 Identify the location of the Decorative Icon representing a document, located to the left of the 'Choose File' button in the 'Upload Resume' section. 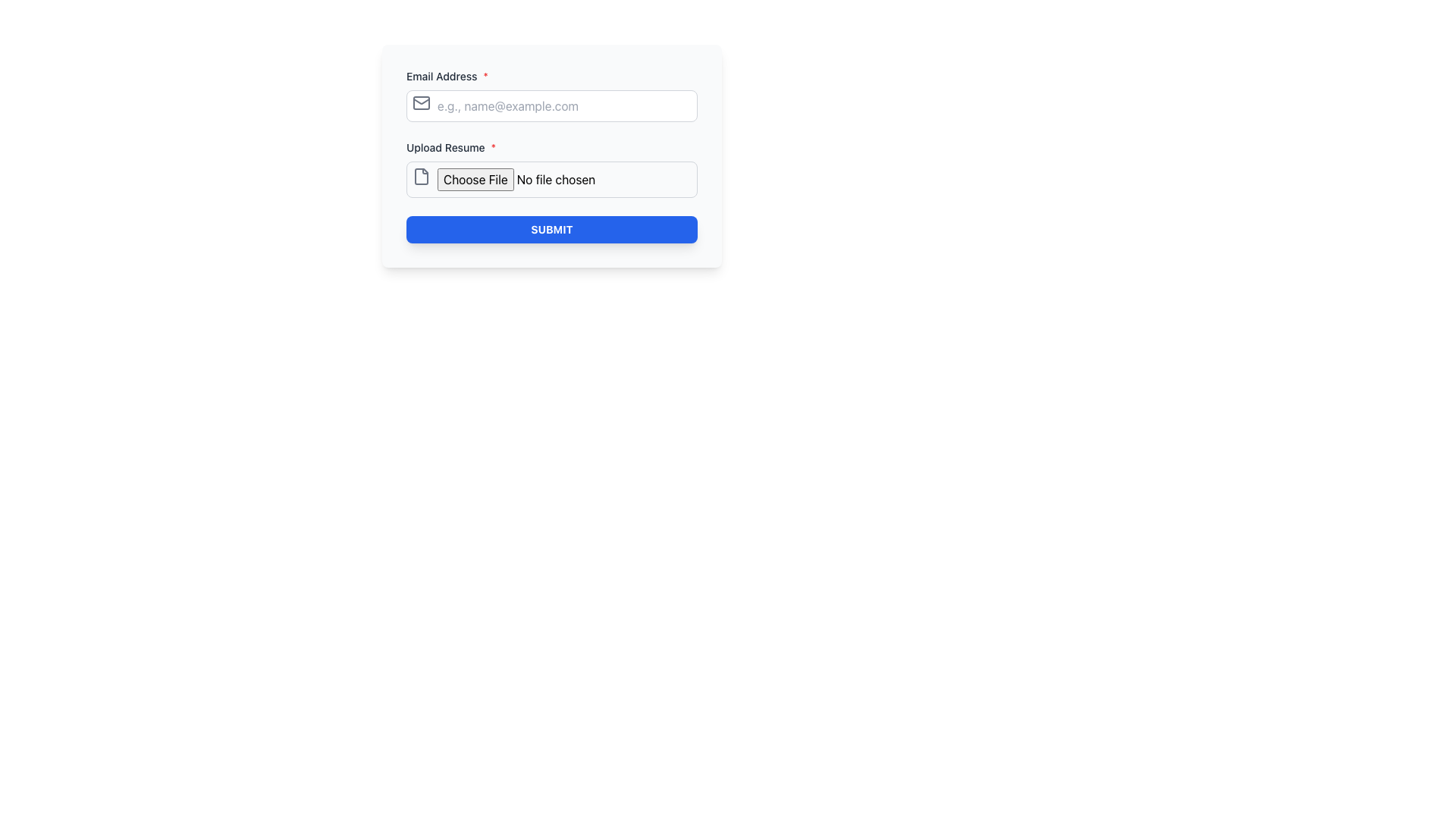
(422, 175).